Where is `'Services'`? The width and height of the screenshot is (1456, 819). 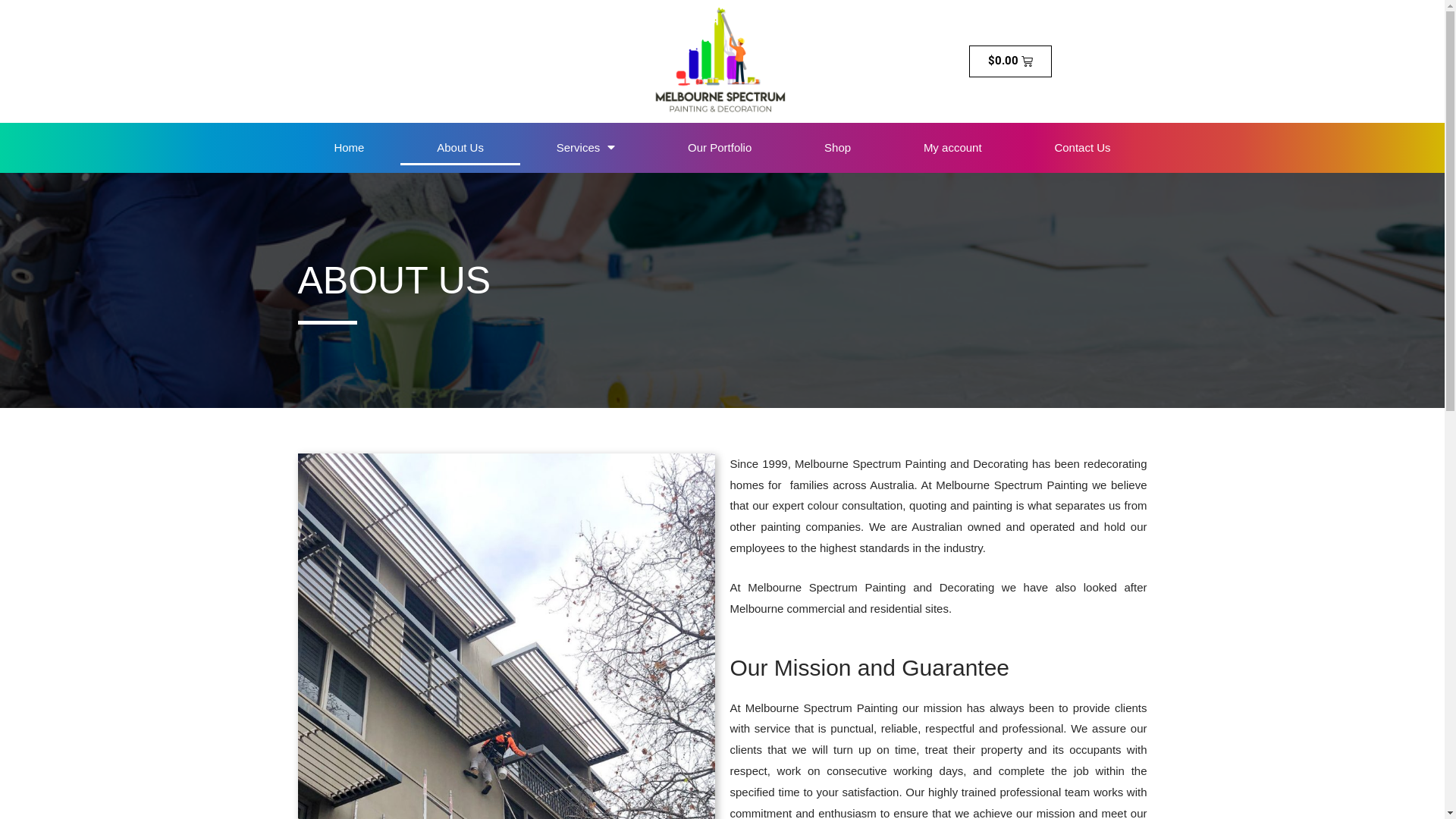 'Services' is located at coordinates (585, 148).